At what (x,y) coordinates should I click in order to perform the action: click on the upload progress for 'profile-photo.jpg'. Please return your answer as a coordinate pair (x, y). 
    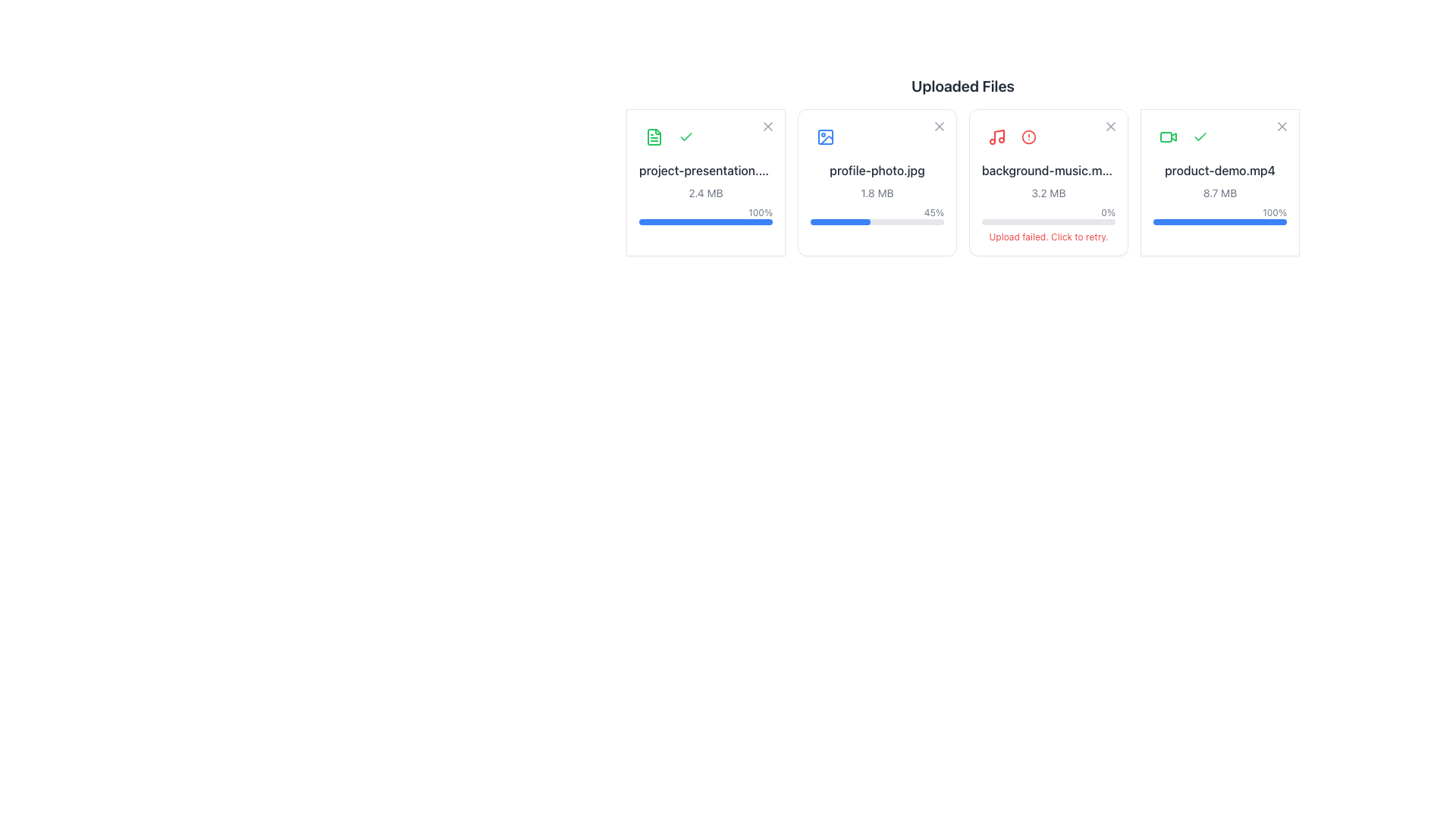
    Looking at the image, I should click on (885, 222).